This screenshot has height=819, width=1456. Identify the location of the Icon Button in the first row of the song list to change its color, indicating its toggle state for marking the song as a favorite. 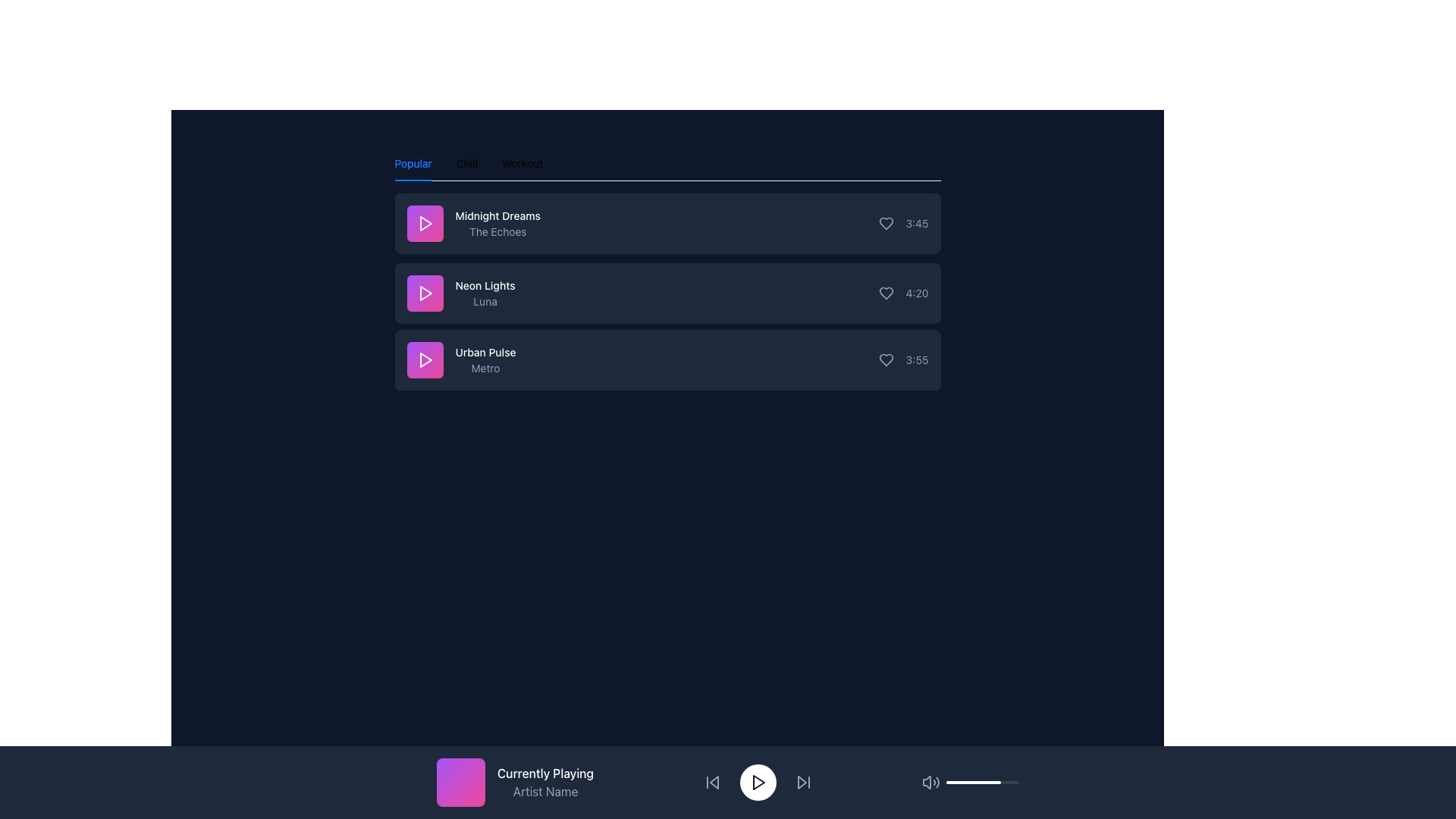
(886, 223).